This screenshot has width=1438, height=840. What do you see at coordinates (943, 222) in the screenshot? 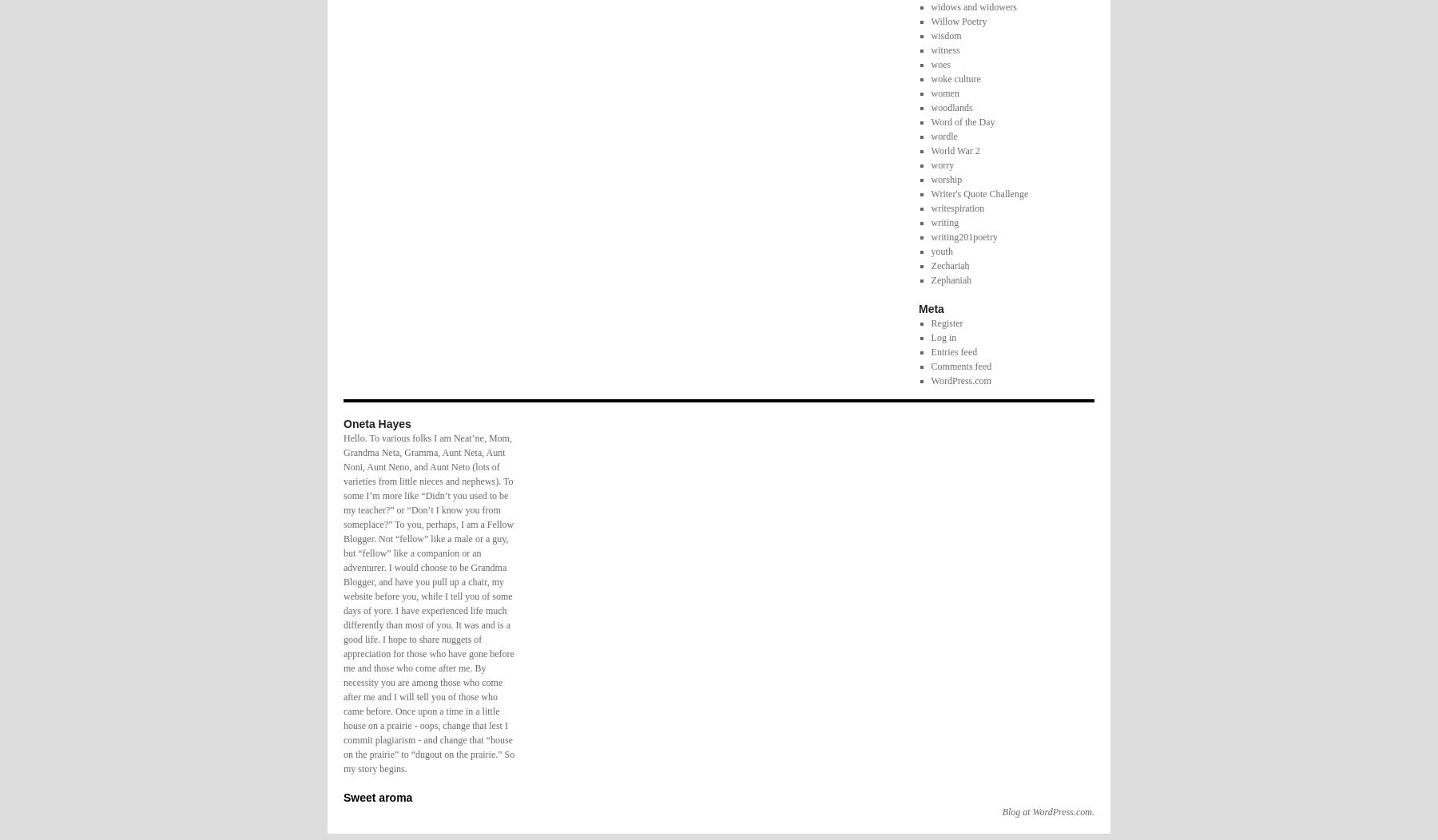
I see `'writing'` at bounding box center [943, 222].